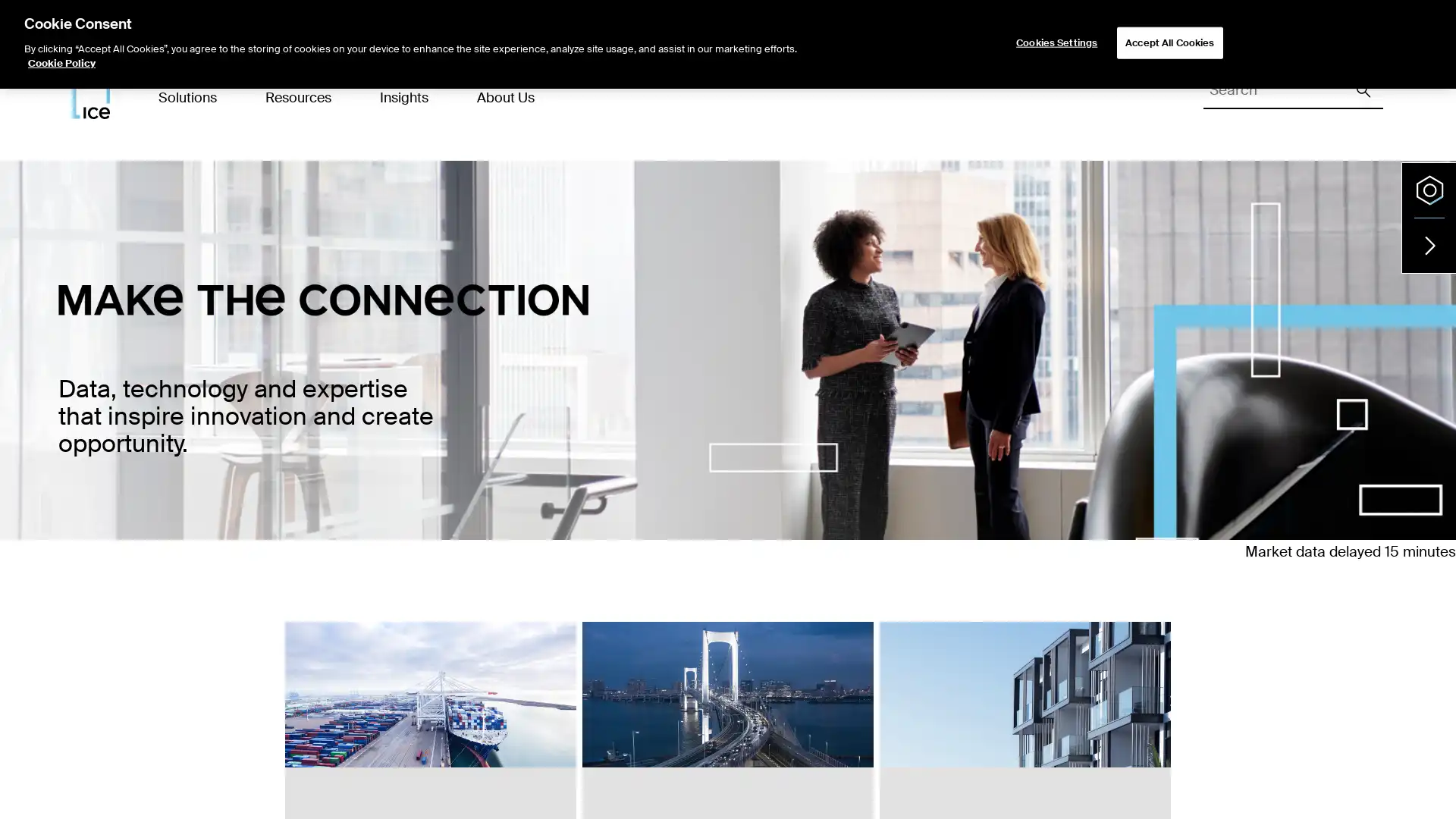 The width and height of the screenshot is (1456, 819). Describe the element at coordinates (1056, 42) in the screenshot. I see `Cookies Settings` at that location.